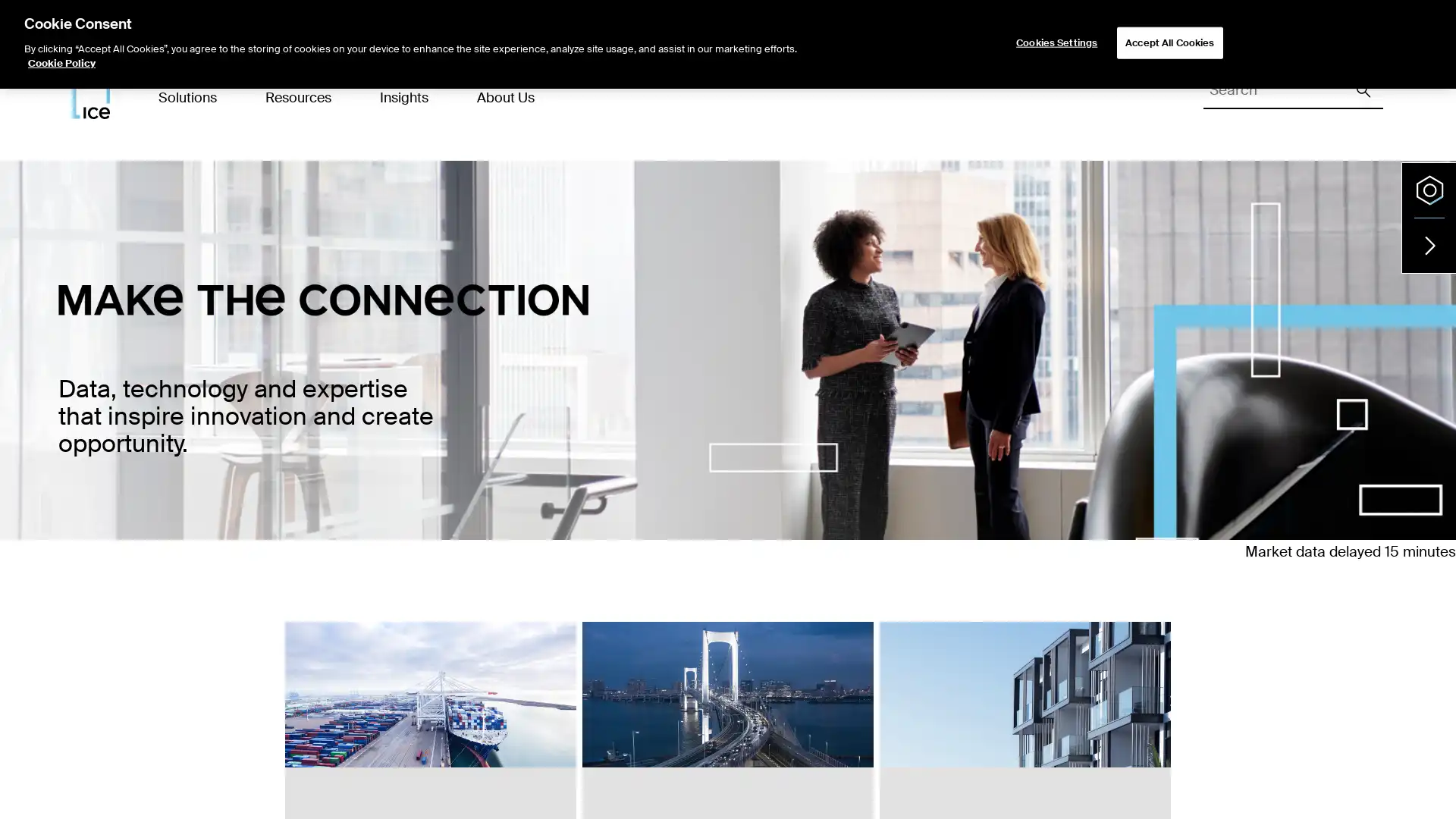 The width and height of the screenshot is (1456, 819). Describe the element at coordinates (1056, 42) in the screenshot. I see `Cookies Settings` at that location.